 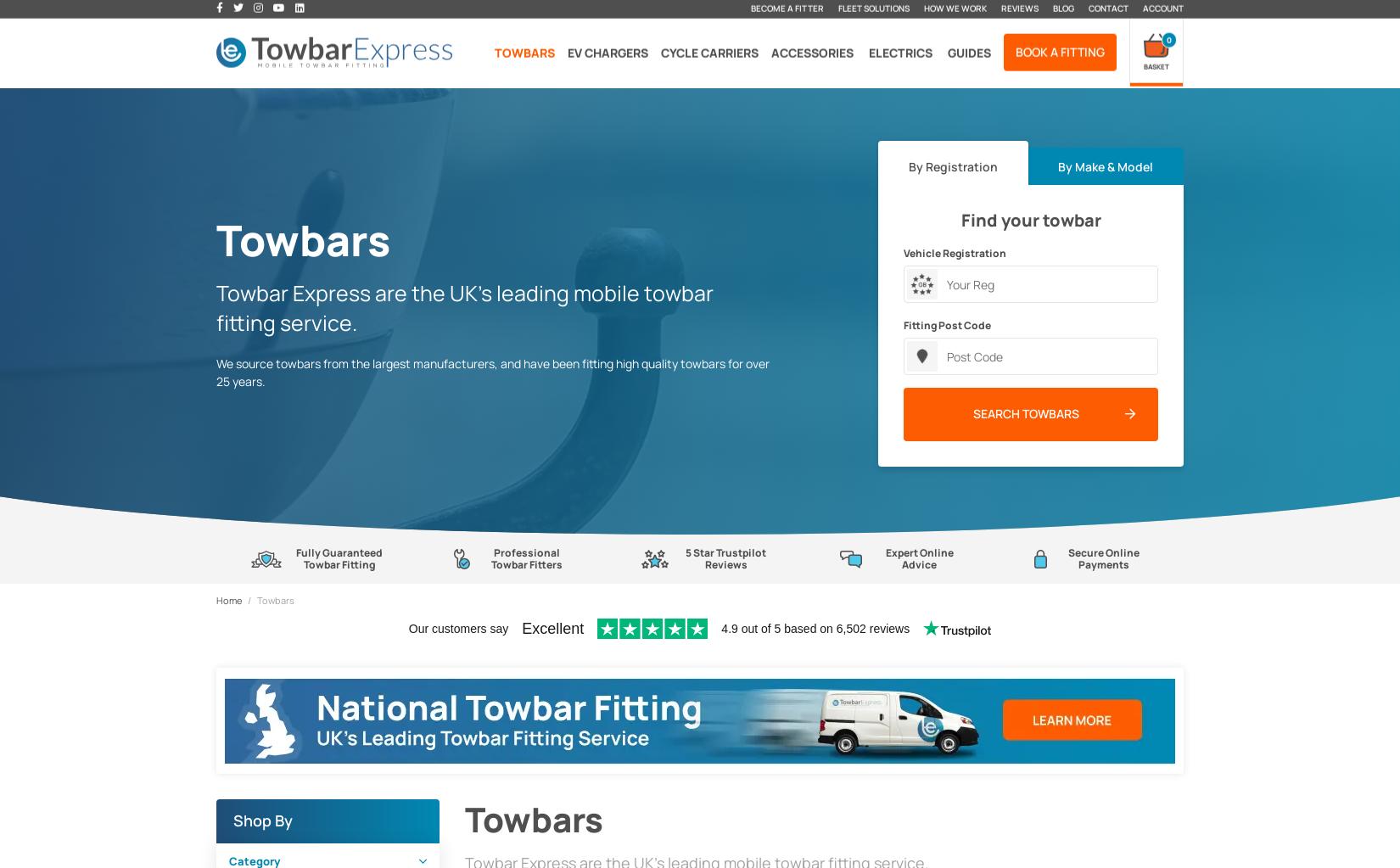 What do you see at coordinates (1162, 9) in the screenshot?
I see `'Account'` at bounding box center [1162, 9].